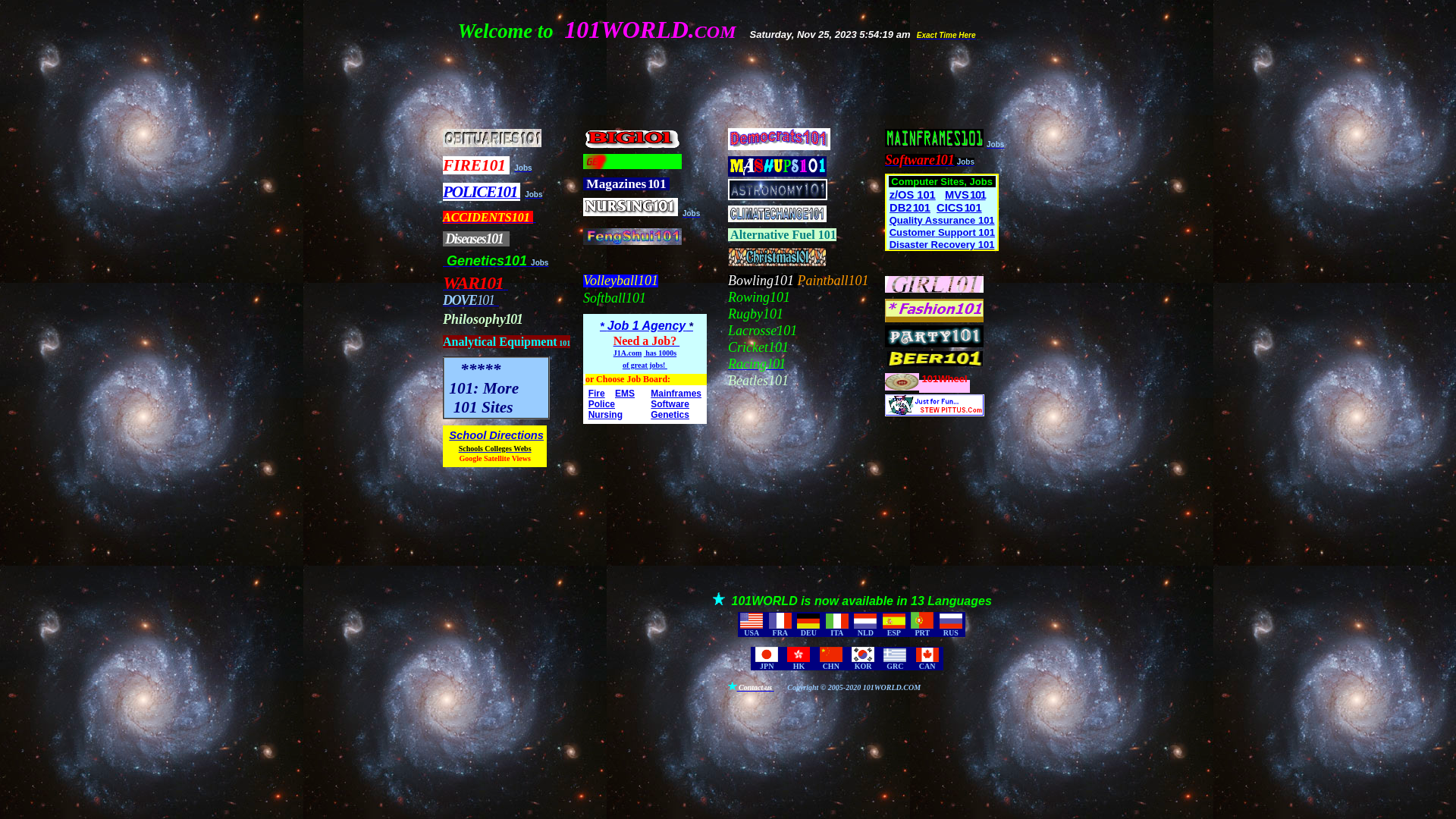 The height and width of the screenshot is (819, 1456). I want to click on ' Genetics101', so click(487, 260).